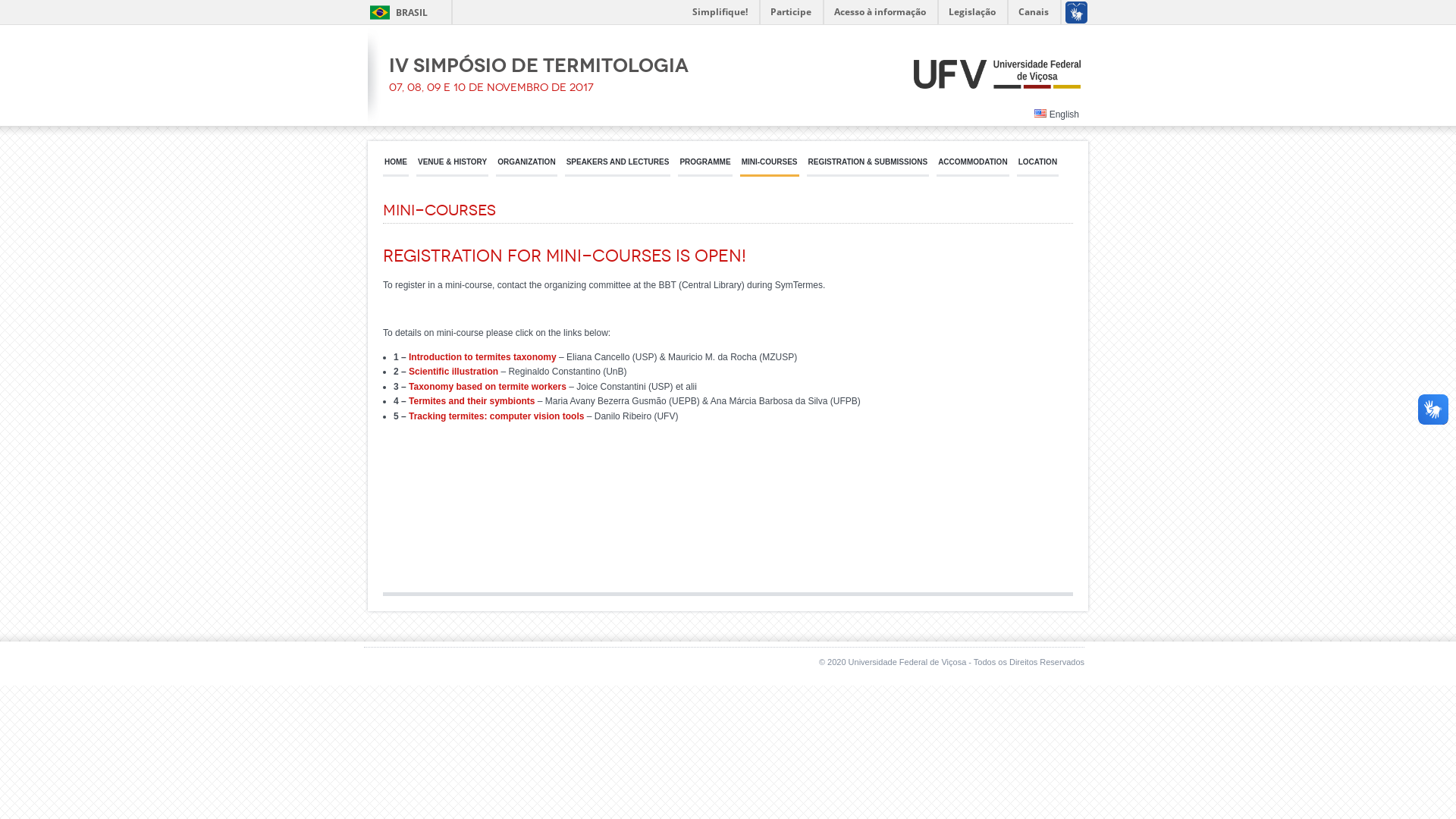 The height and width of the screenshot is (819, 1456). What do you see at coordinates (451, 166) in the screenshot?
I see `'VENUE & HISTORY'` at bounding box center [451, 166].